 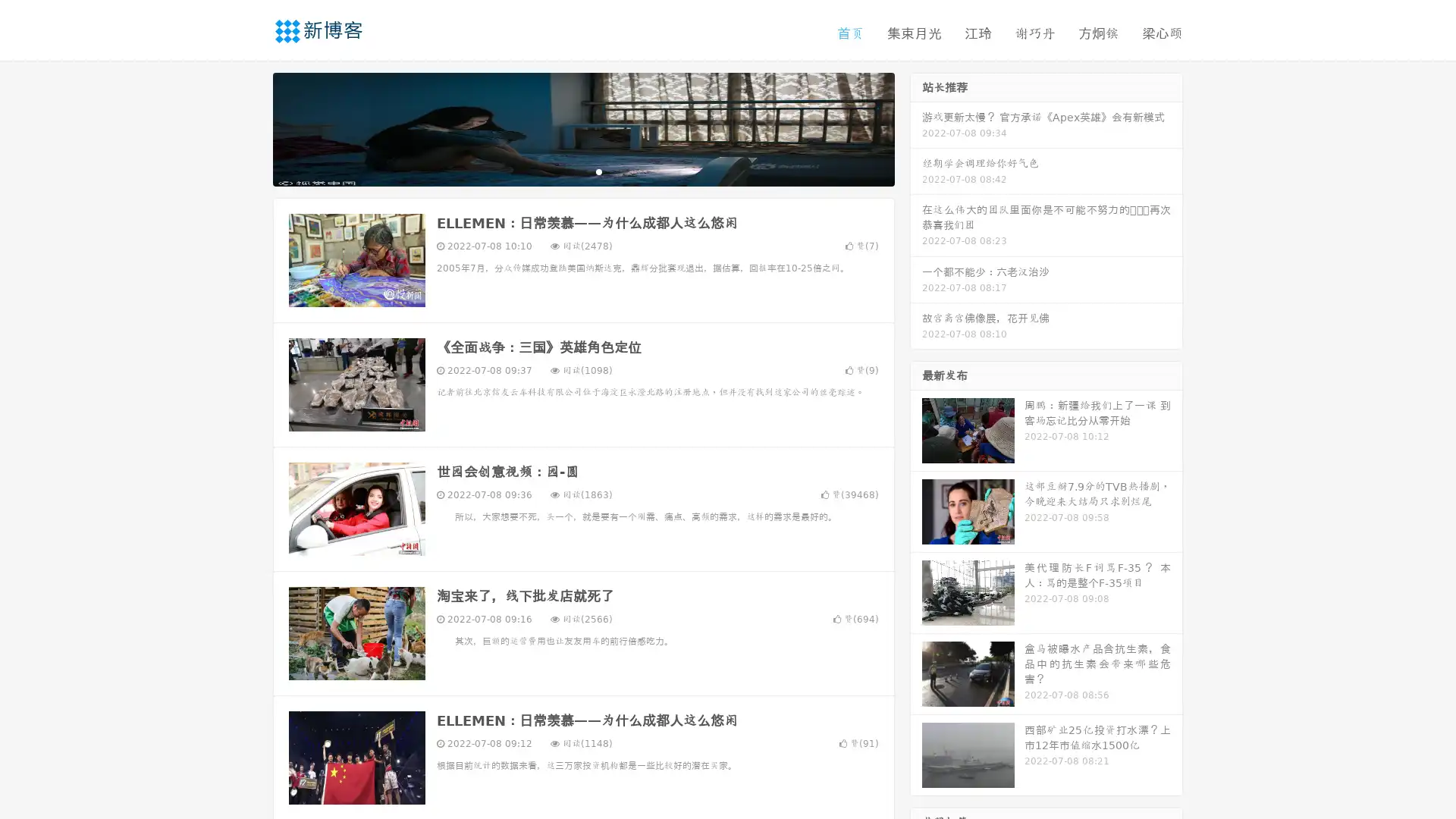 What do you see at coordinates (916, 127) in the screenshot?
I see `Next slide` at bounding box center [916, 127].